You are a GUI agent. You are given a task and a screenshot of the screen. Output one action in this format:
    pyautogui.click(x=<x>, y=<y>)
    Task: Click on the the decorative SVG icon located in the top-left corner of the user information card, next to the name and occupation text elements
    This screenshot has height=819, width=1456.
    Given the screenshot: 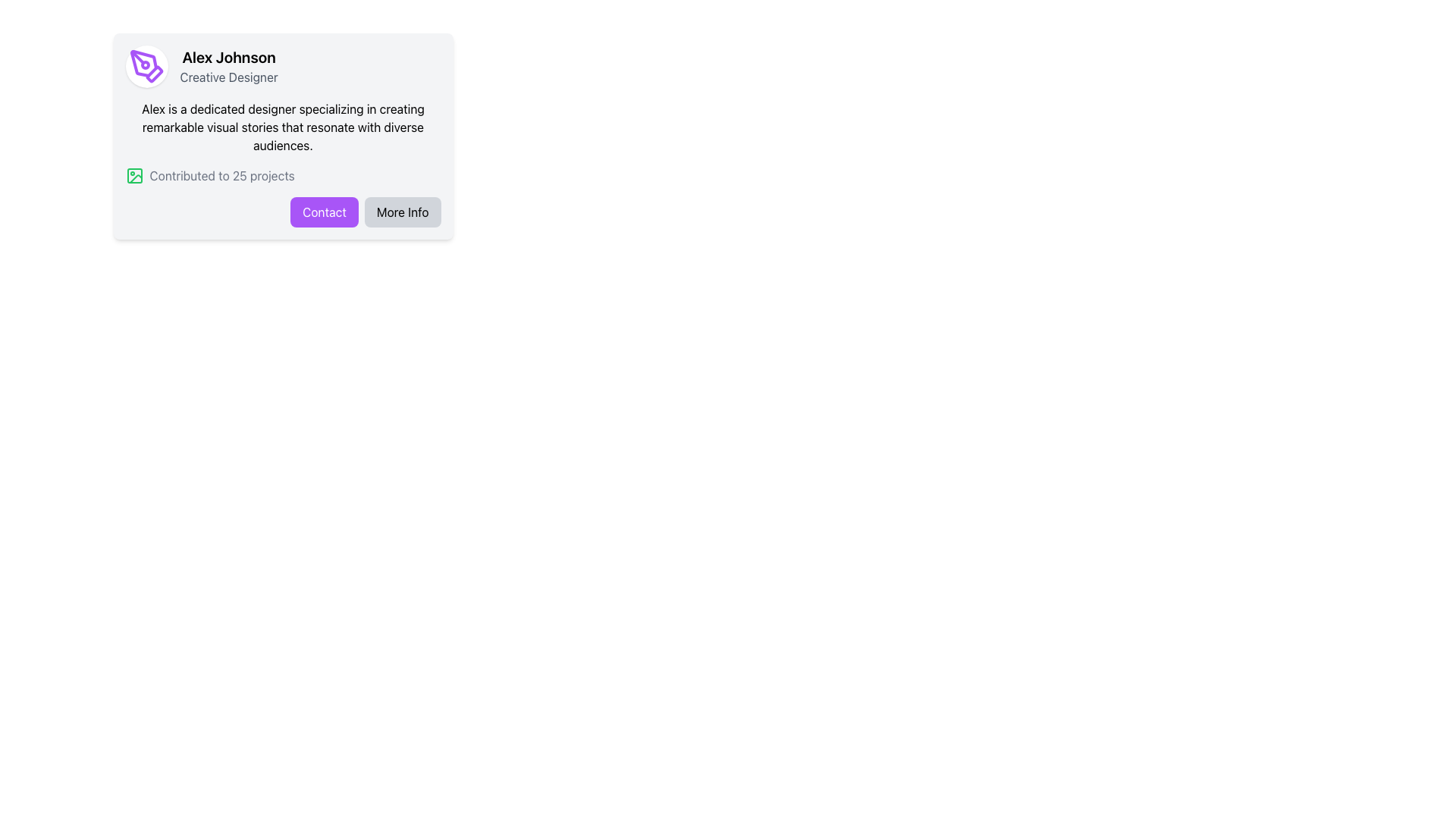 What is the action you would take?
    pyautogui.click(x=146, y=66)
    